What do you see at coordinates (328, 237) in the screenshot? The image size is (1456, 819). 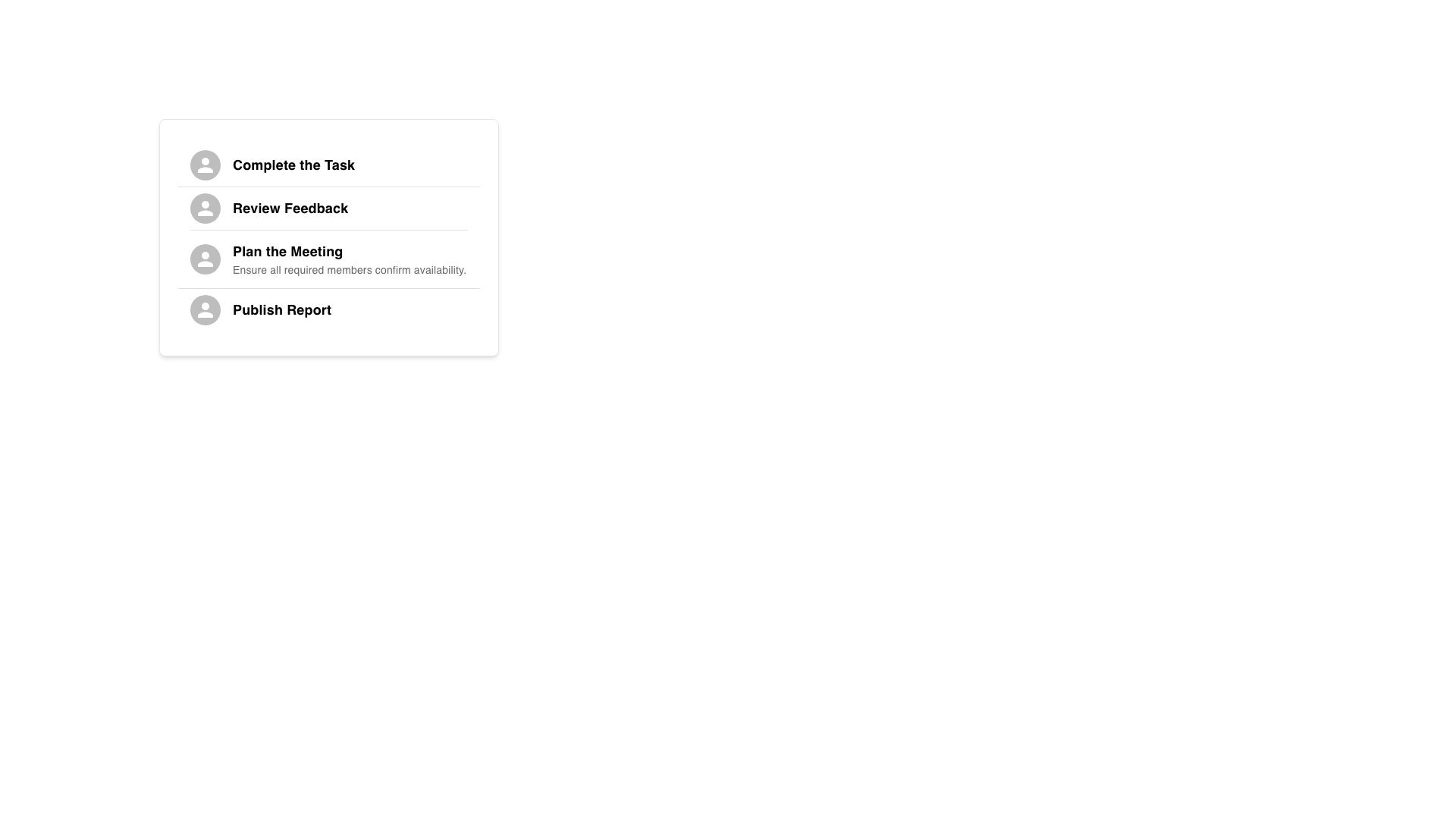 I see `the third list item displaying a main title and a detailed sub-description, which is located between the 'Review Feedback' and 'Publish Report' items` at bounding box center [328, 237].